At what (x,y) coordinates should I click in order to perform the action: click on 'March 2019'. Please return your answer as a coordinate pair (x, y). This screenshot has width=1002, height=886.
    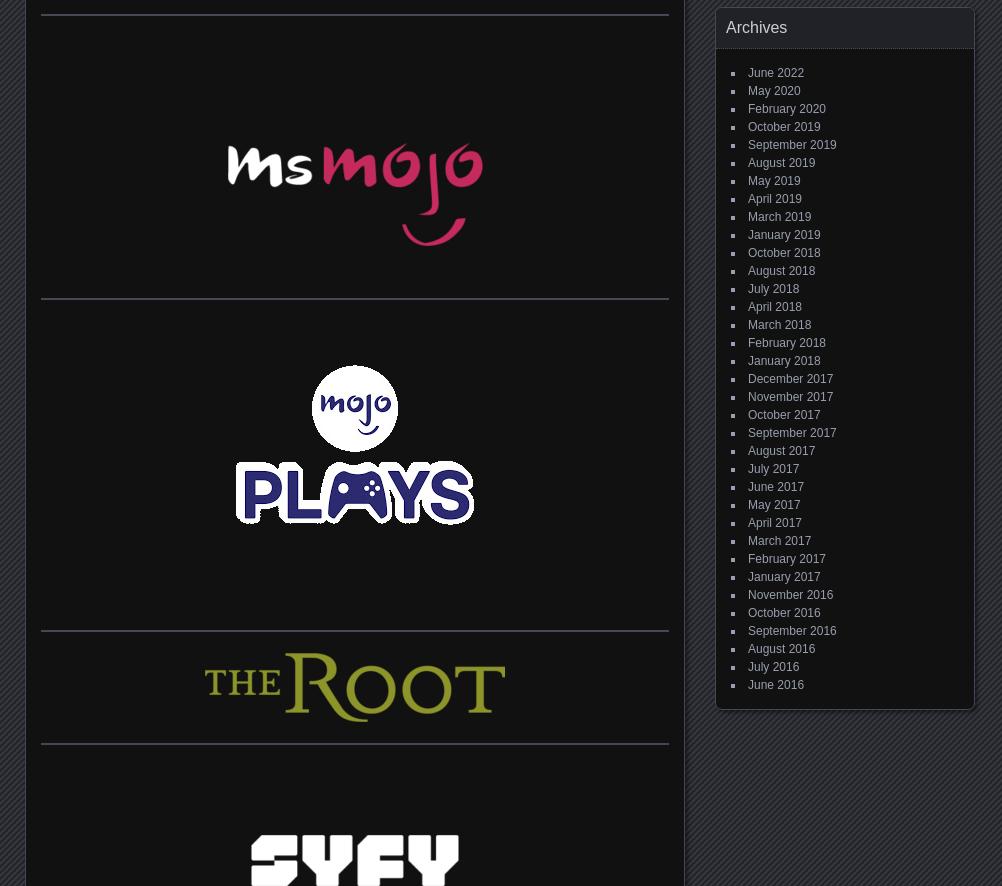
    Looking at the image, I should click on (778, 216).